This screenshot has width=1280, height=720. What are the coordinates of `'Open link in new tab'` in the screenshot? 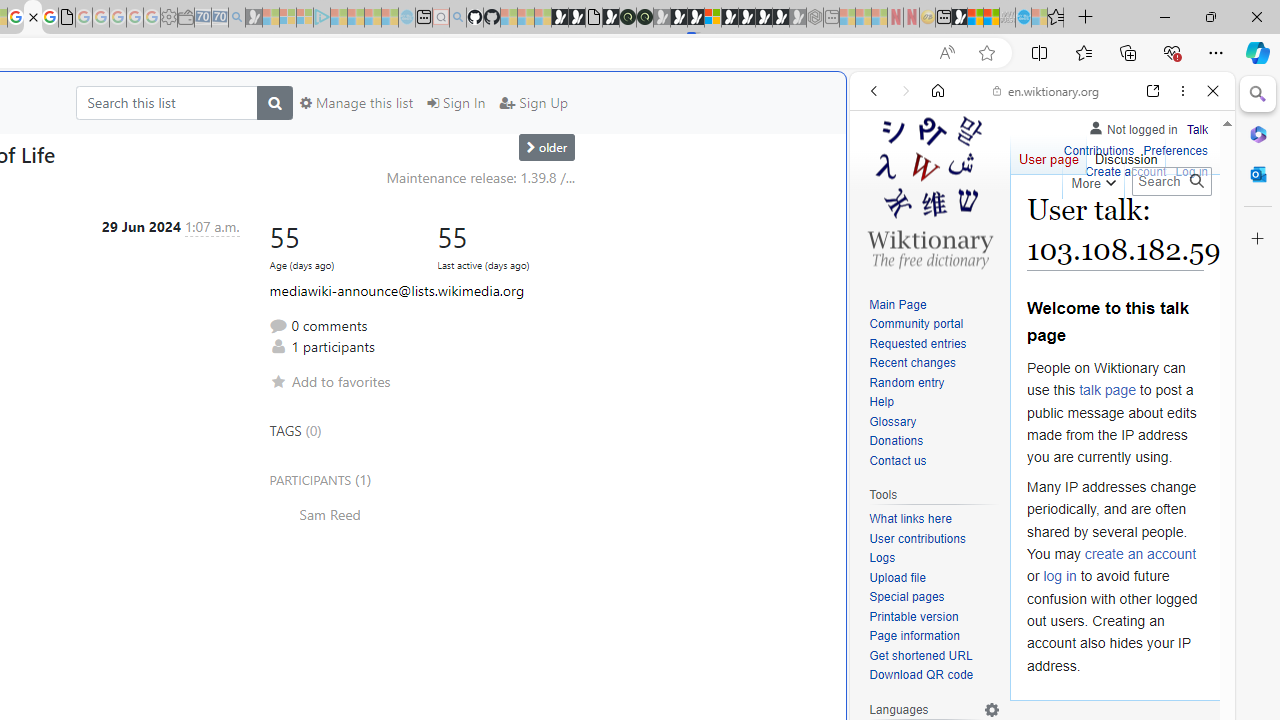 It's located at (1153, 91).